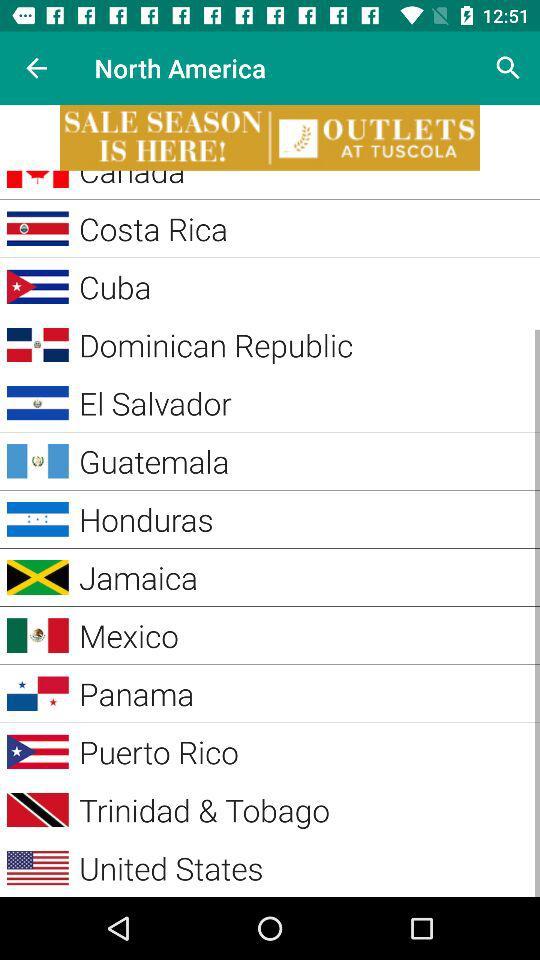 This screenshot has height=960, width=540. I want to click on search, so click(508, 68).